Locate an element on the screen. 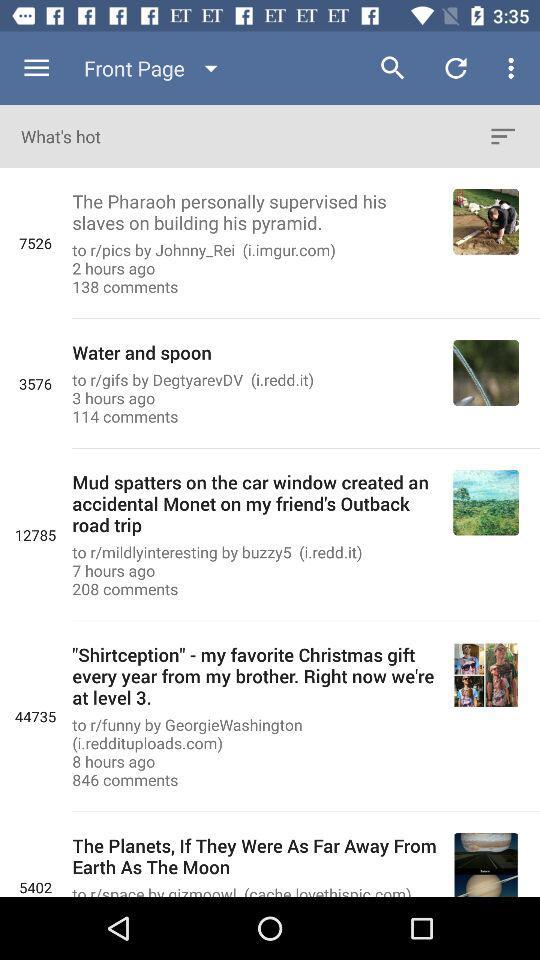 Image resolution: width=540 pixels, height=960 pixels. icon above the what's hot item is located at coordinates (154, 68).